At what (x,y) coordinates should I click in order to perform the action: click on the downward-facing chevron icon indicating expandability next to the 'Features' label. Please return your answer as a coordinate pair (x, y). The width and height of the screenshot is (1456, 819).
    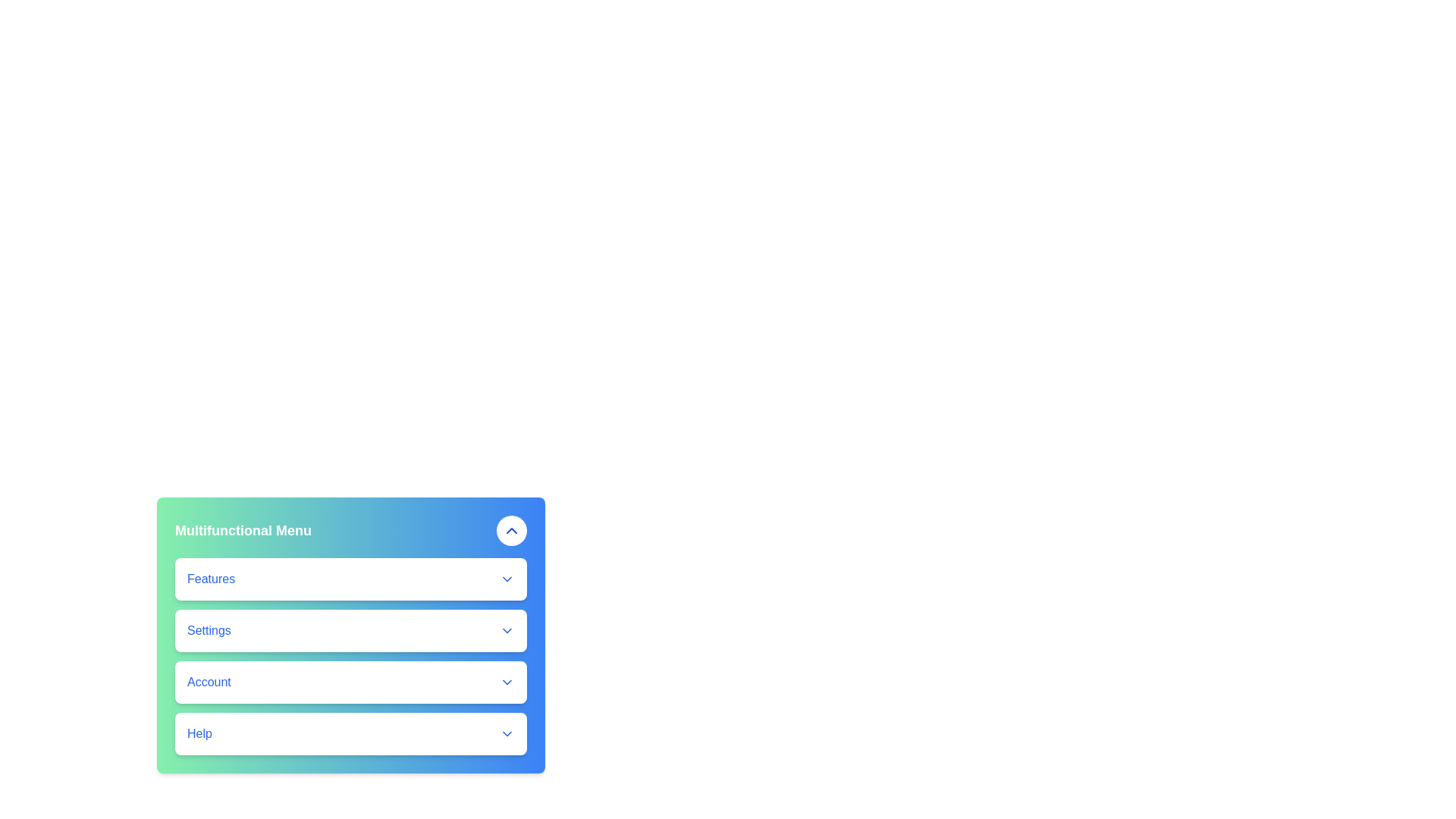
    Looking at the image, I should click on (507, 579).